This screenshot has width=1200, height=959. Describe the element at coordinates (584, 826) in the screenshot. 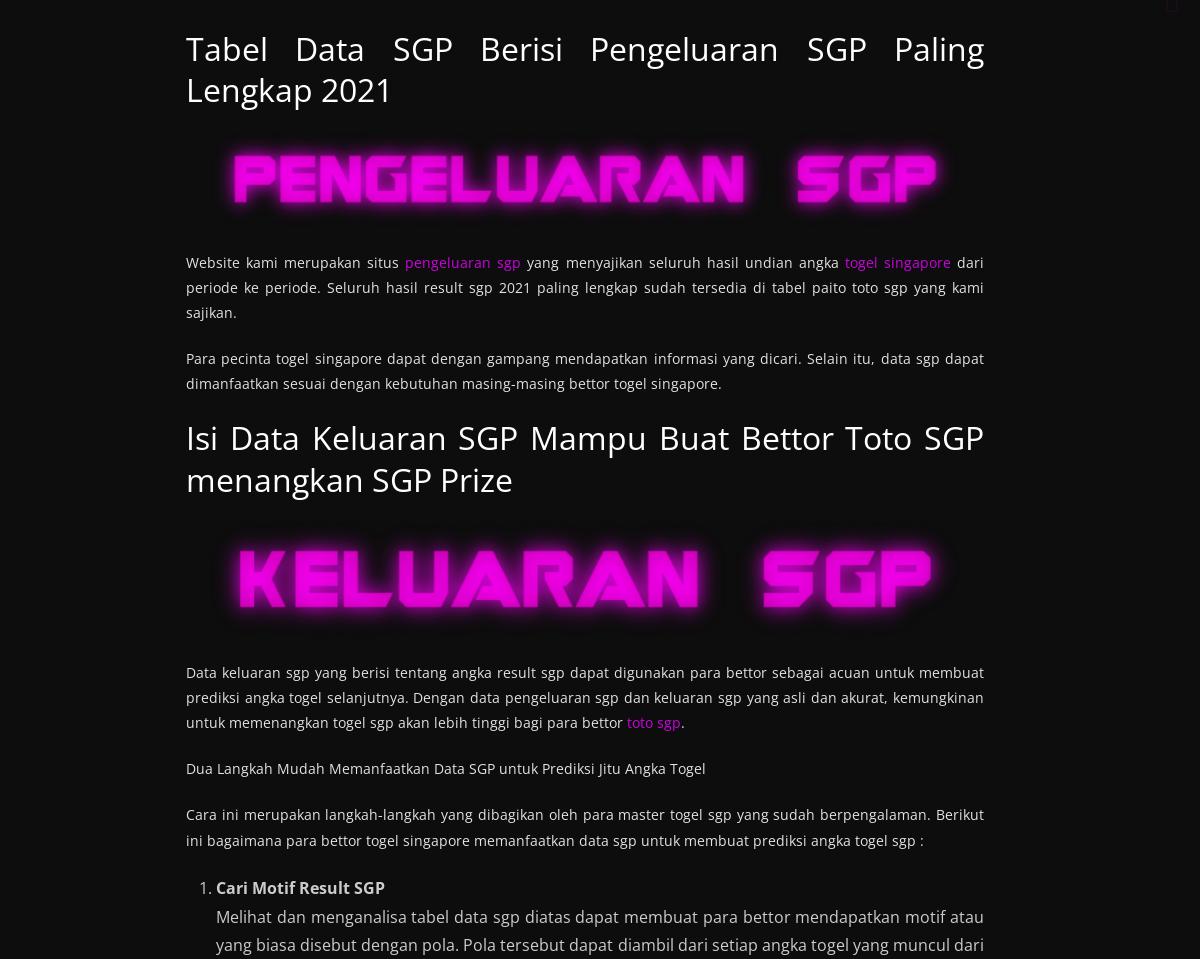

I see `'Cara ini merupakan langkah-langkah yang dibagikan oleh para master togel sgp yang sudah berpengalaman. Berikut ini bagaimana para bettor togel singapore memanfaatkan data sgp untuk membuat prediksi angka togel sgp :'` at that location.